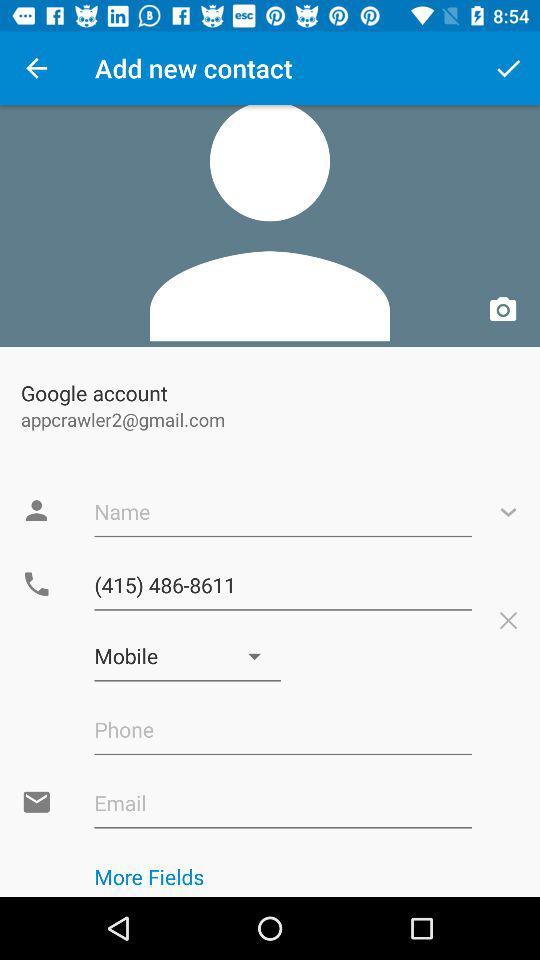 The height and width of the screenshot is (960, 540). I want to click on the camera icon which is on the right side of the page, so click(502, 310).